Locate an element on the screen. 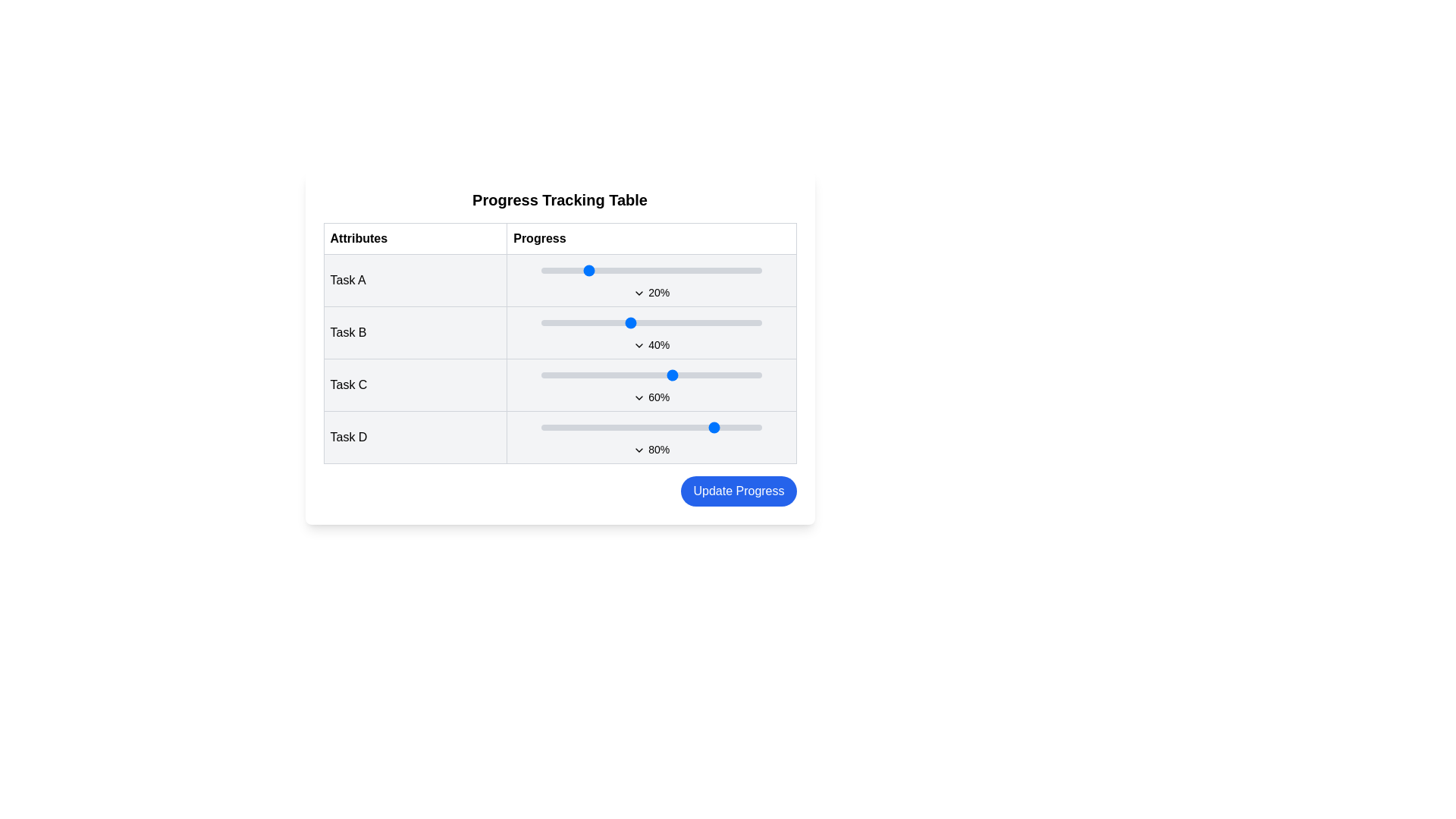 The height and width of the screenshot is (819, 1456). the Task D progress value is located at coordinates (668, 427).